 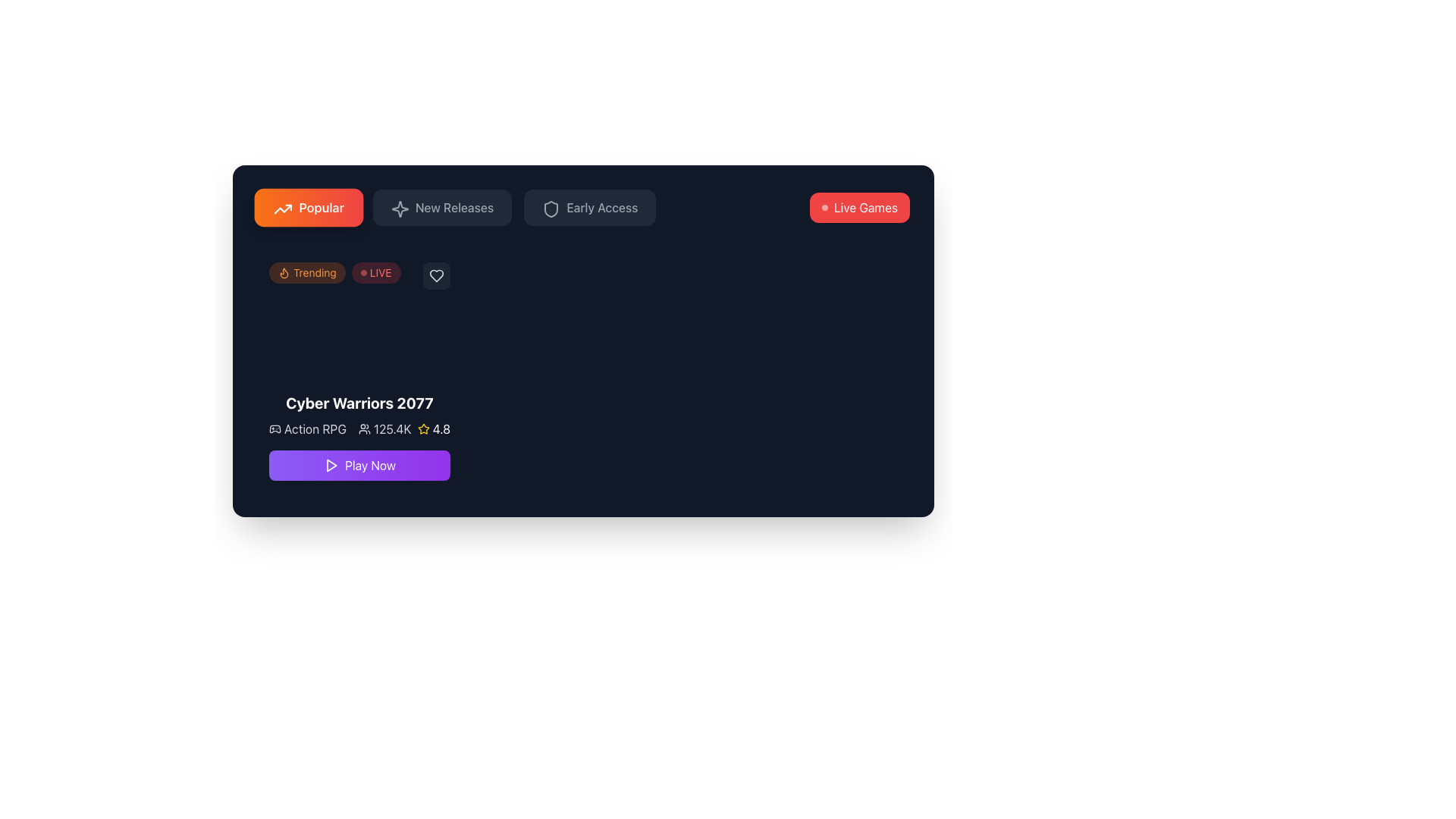 What do you see at coordinates (376, 271) in the screenshot?
I see `the Status label, which is a pill-shaped badge with a dark red background and the text 'LIVE' in light red, located in the 'Trending LIVE' group` at bounding box center [376, 271].